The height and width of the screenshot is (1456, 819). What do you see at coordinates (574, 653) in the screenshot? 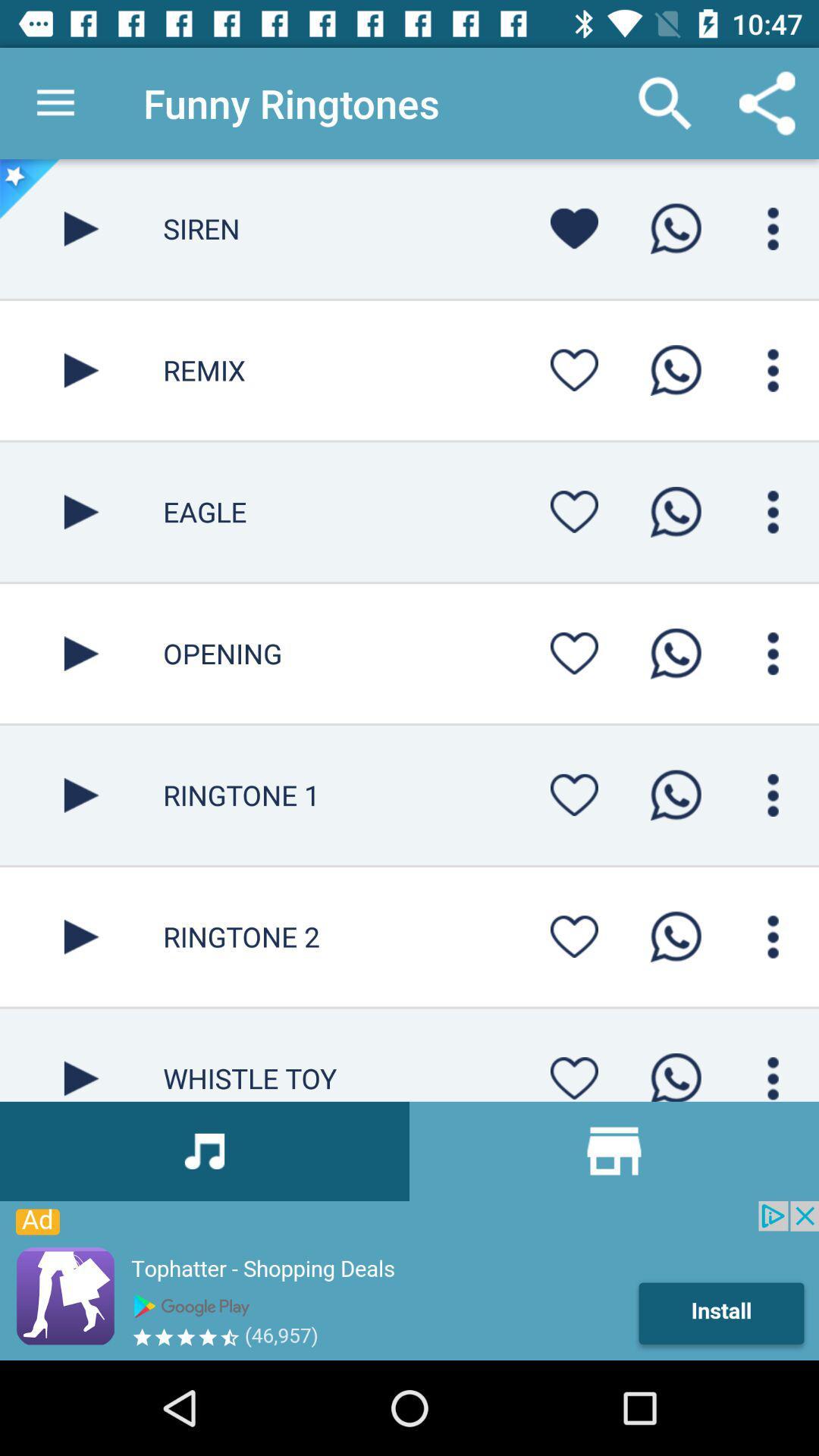
I see `heart icon` at bounding box center [574, 653].